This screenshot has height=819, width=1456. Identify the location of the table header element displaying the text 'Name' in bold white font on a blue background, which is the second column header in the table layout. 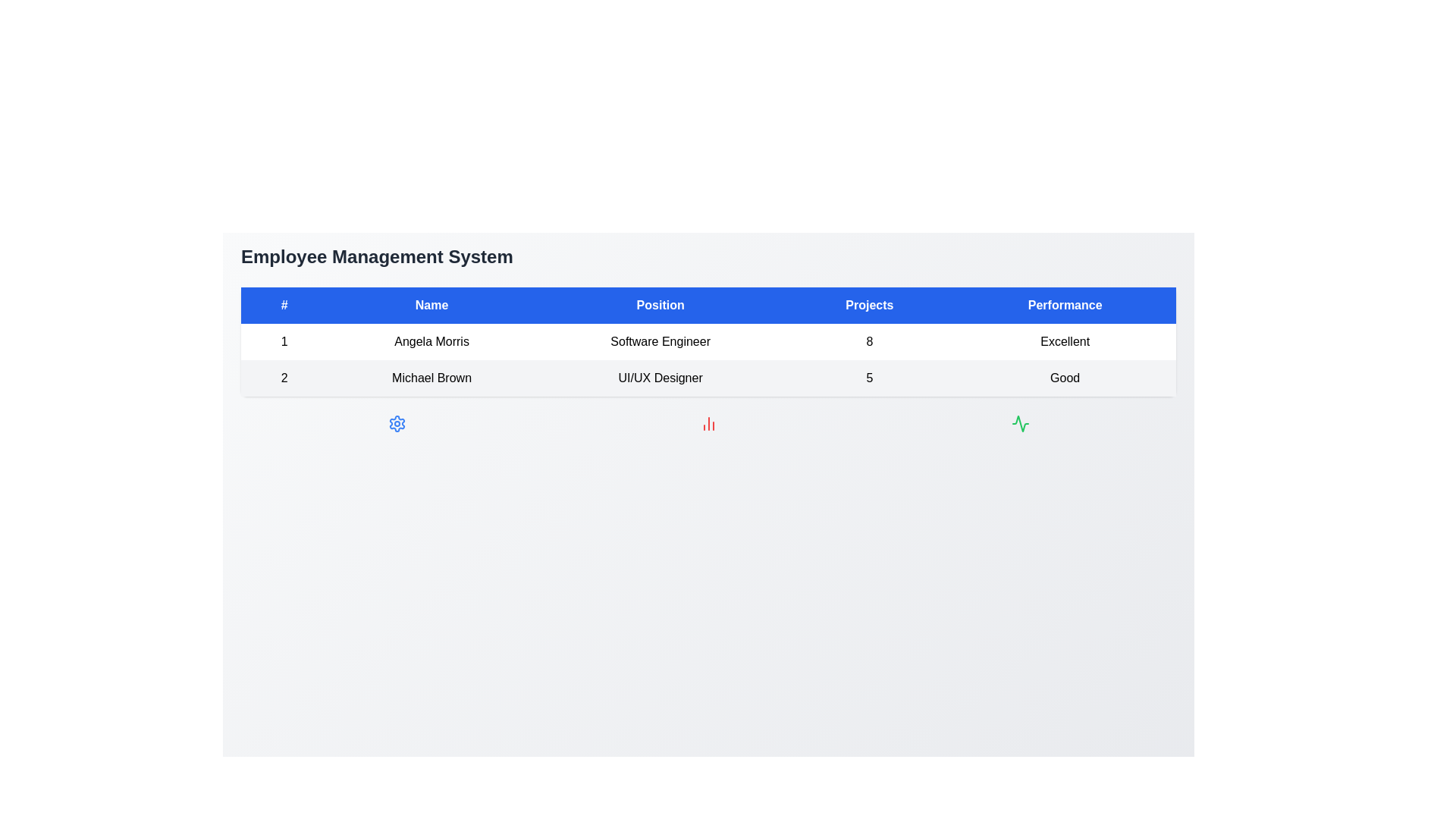
(431, 305).